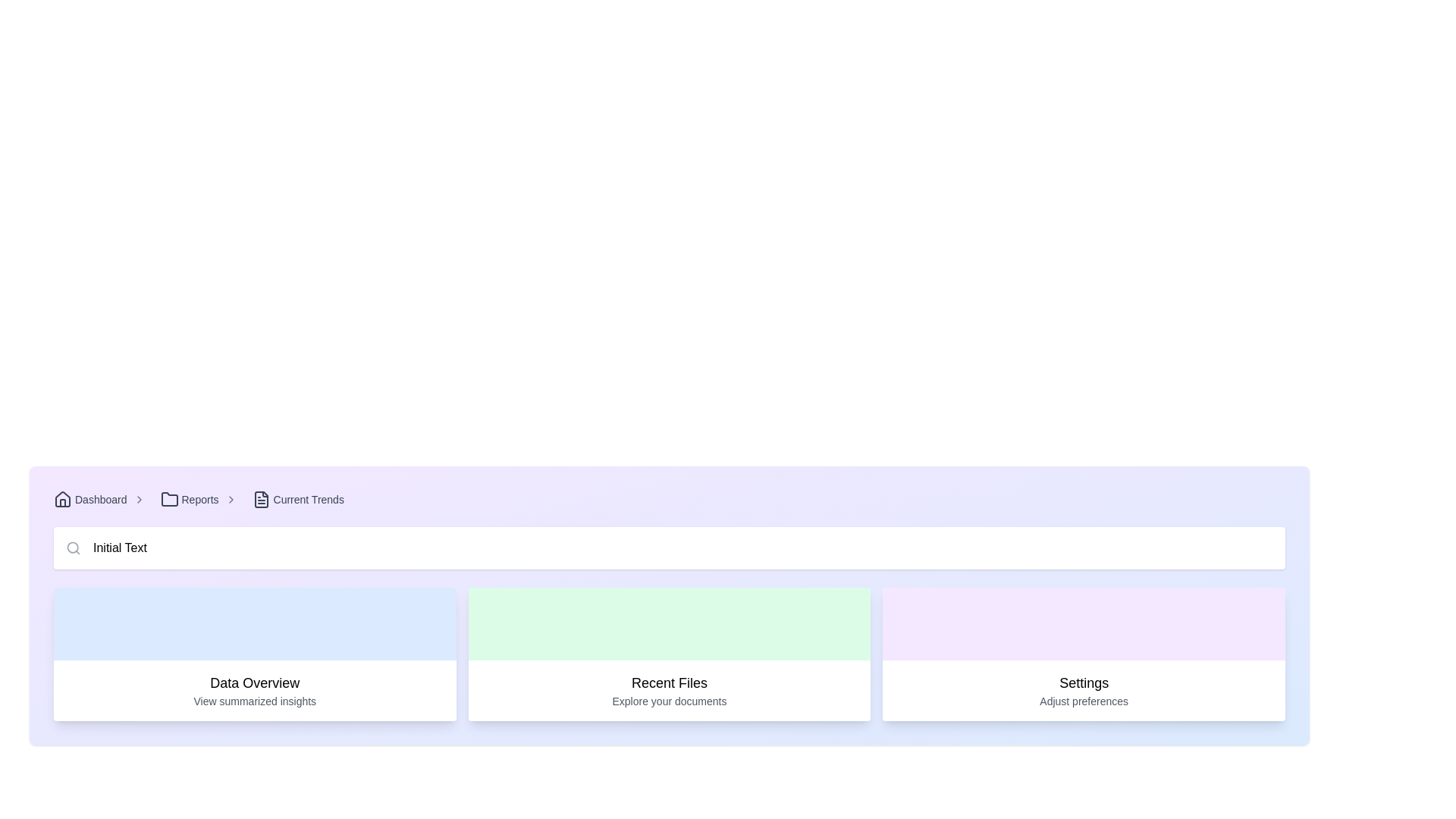 This screenshot has height=819, width=1456. I want to click on the 'Current Trends' breadcrumb link in the navigation bar, so click(298, 500).